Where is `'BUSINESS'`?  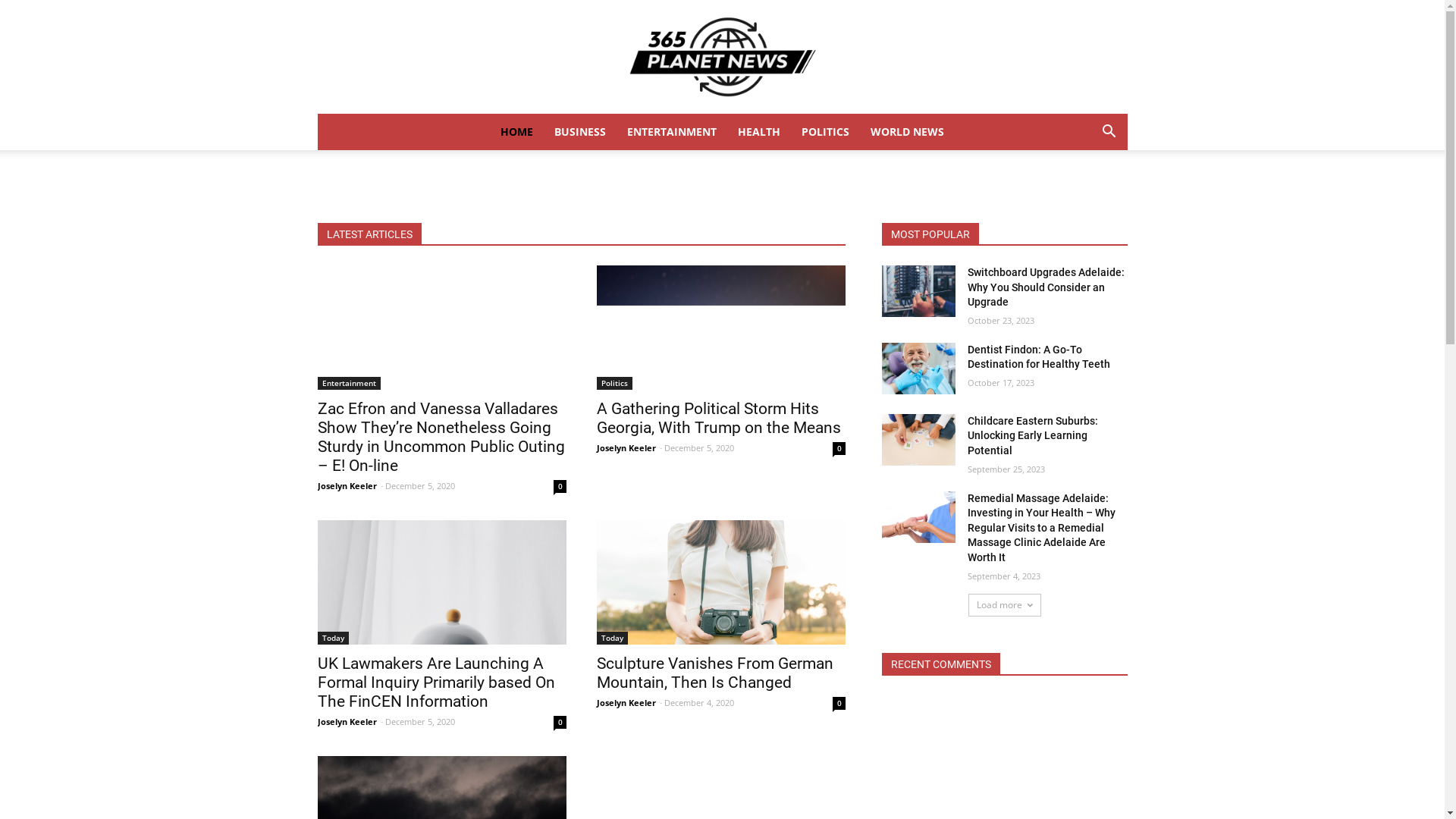 'BUSINESS' is located at coordinates (579, 130).